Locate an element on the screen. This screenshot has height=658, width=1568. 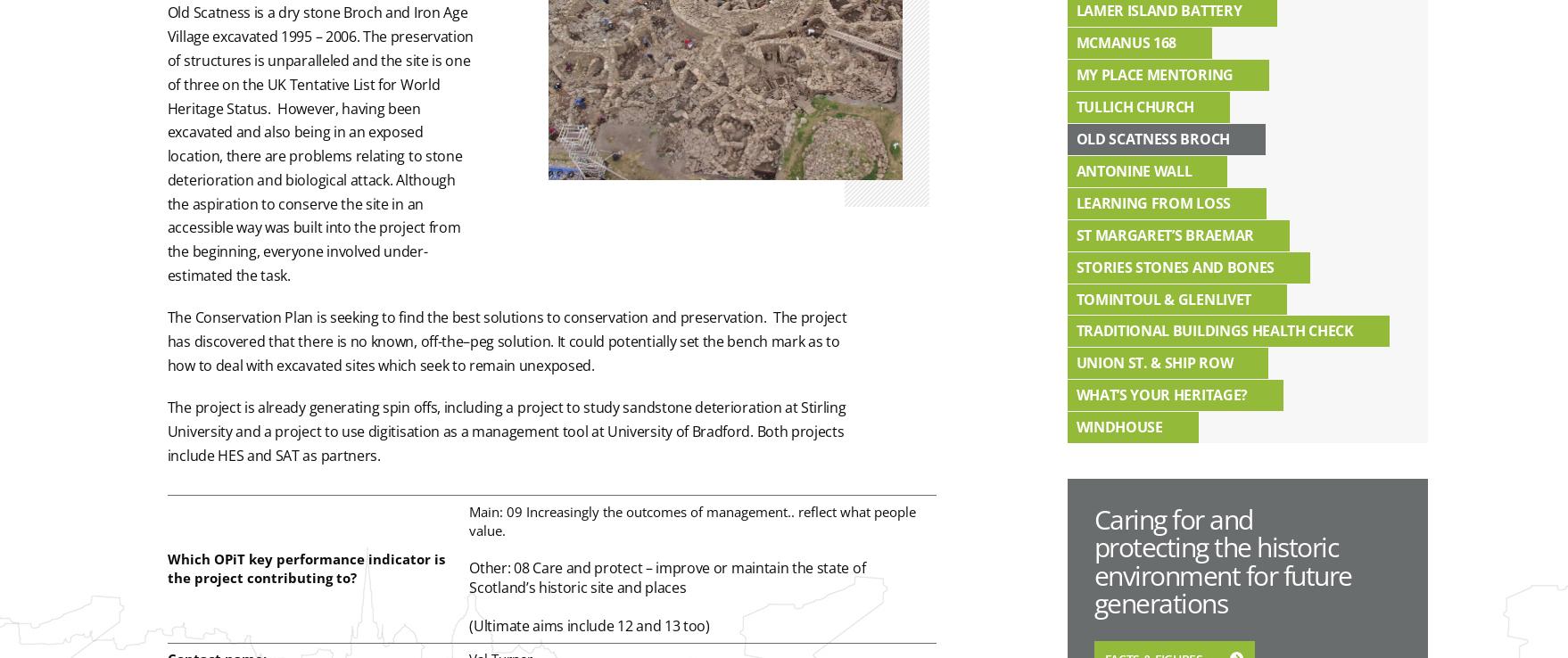
'McMANUS 168' is located at coordinates (1126, 42).